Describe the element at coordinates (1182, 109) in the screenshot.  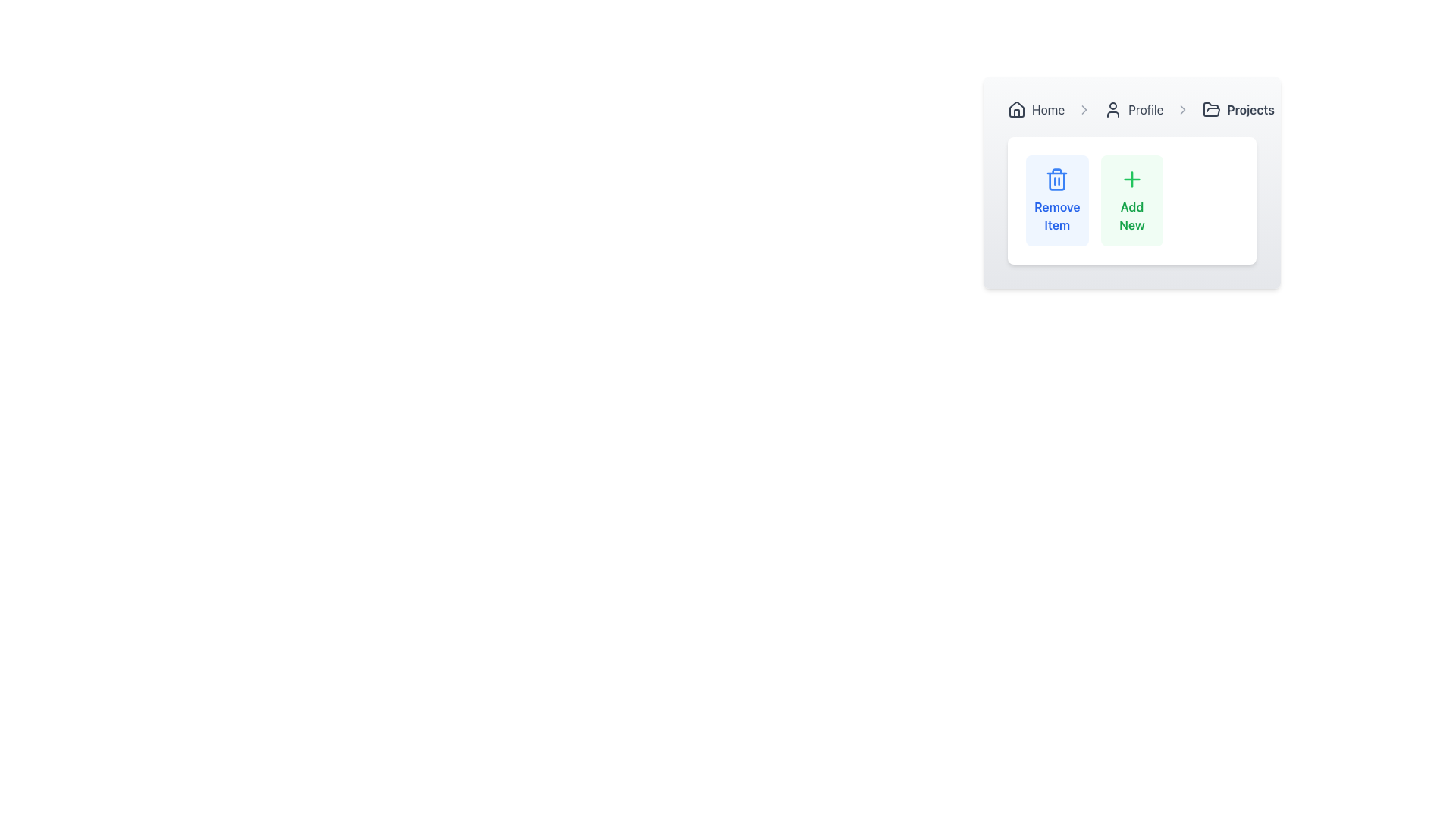
I see `the right-facing chevron icon in the breadcrumb navigation that separates 'Profile' and 'Projects'` at that location.